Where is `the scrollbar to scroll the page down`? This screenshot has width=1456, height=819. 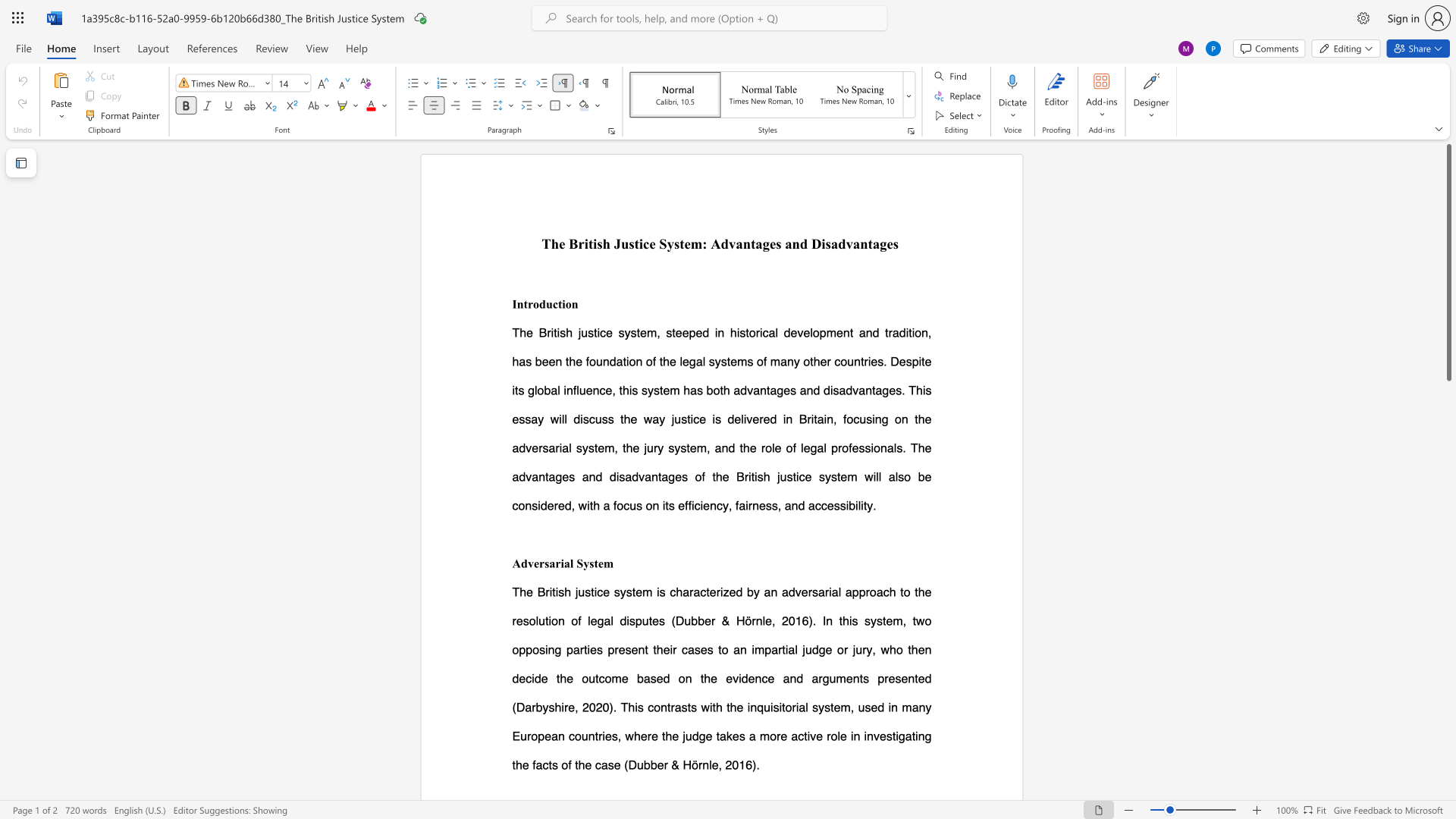 the scrollbar to scroll the page down is located at coordinates (1448, 529).